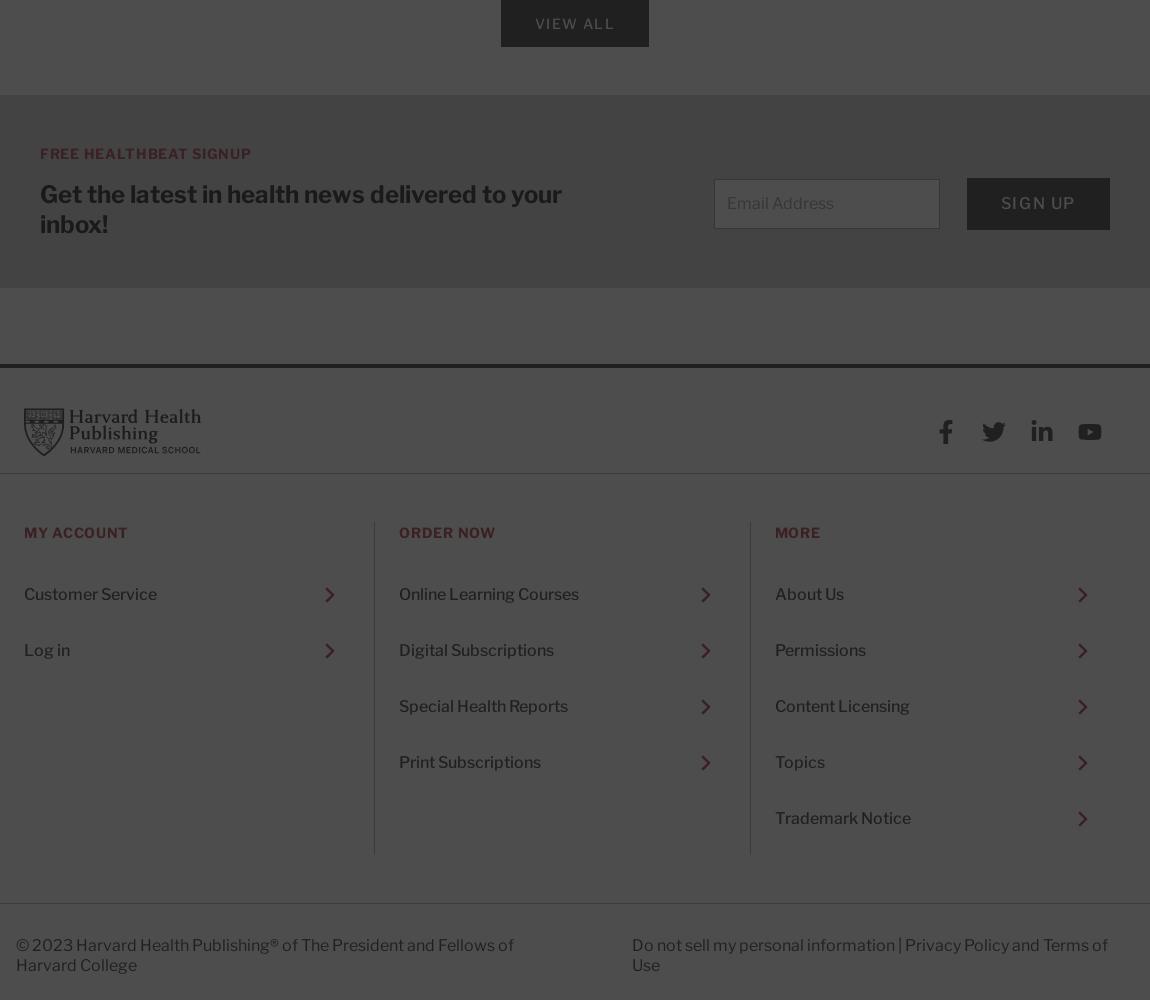  I want to click on 'Customer Service', so click(89, 593).